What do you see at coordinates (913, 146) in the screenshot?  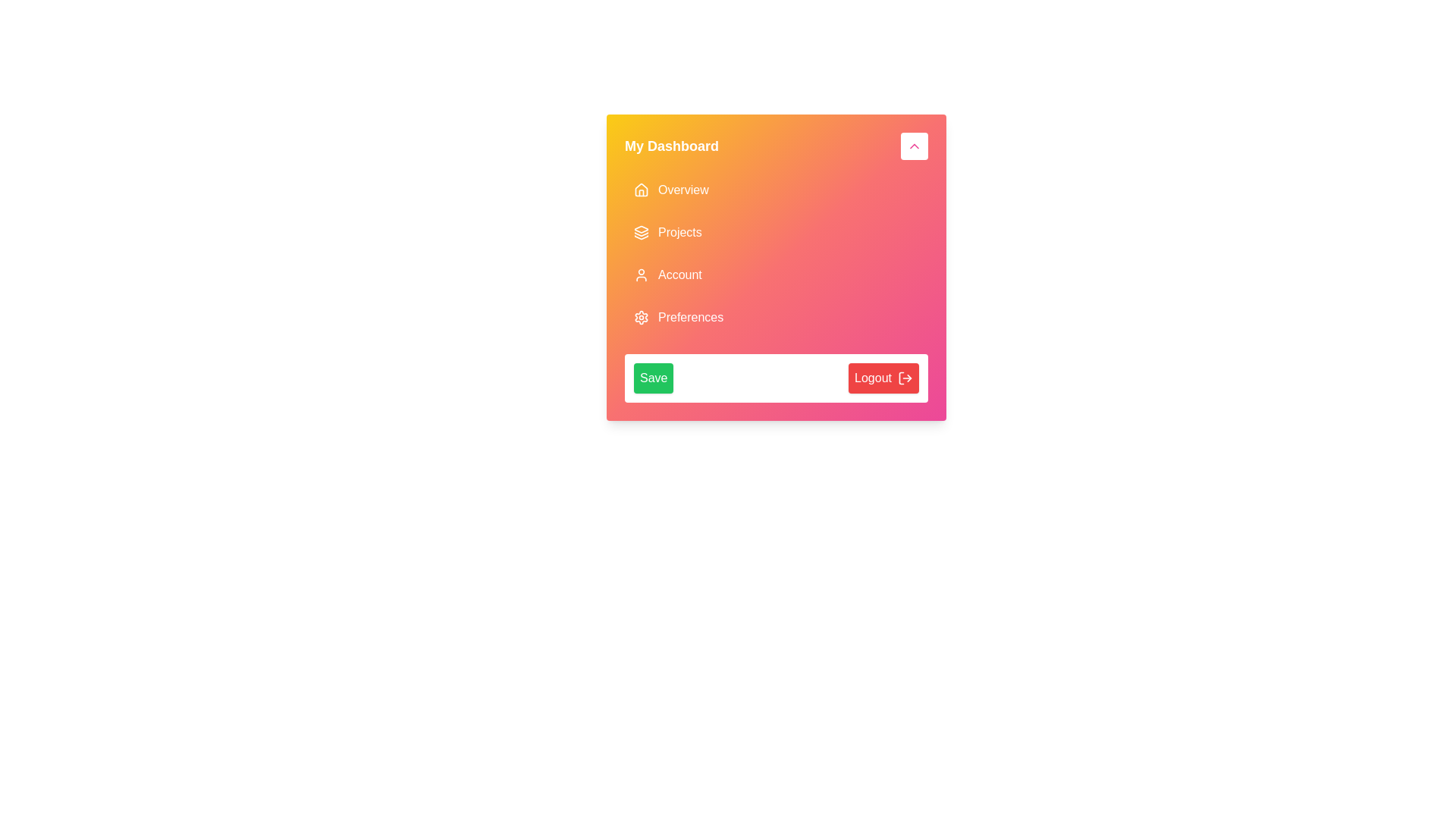 I see `the button with a pink chevron-up icon inside a white square with rounded corners located in the top-right corner of the 'My Dashboard' section to change its background color to gray` at bounding box center [913, 146].